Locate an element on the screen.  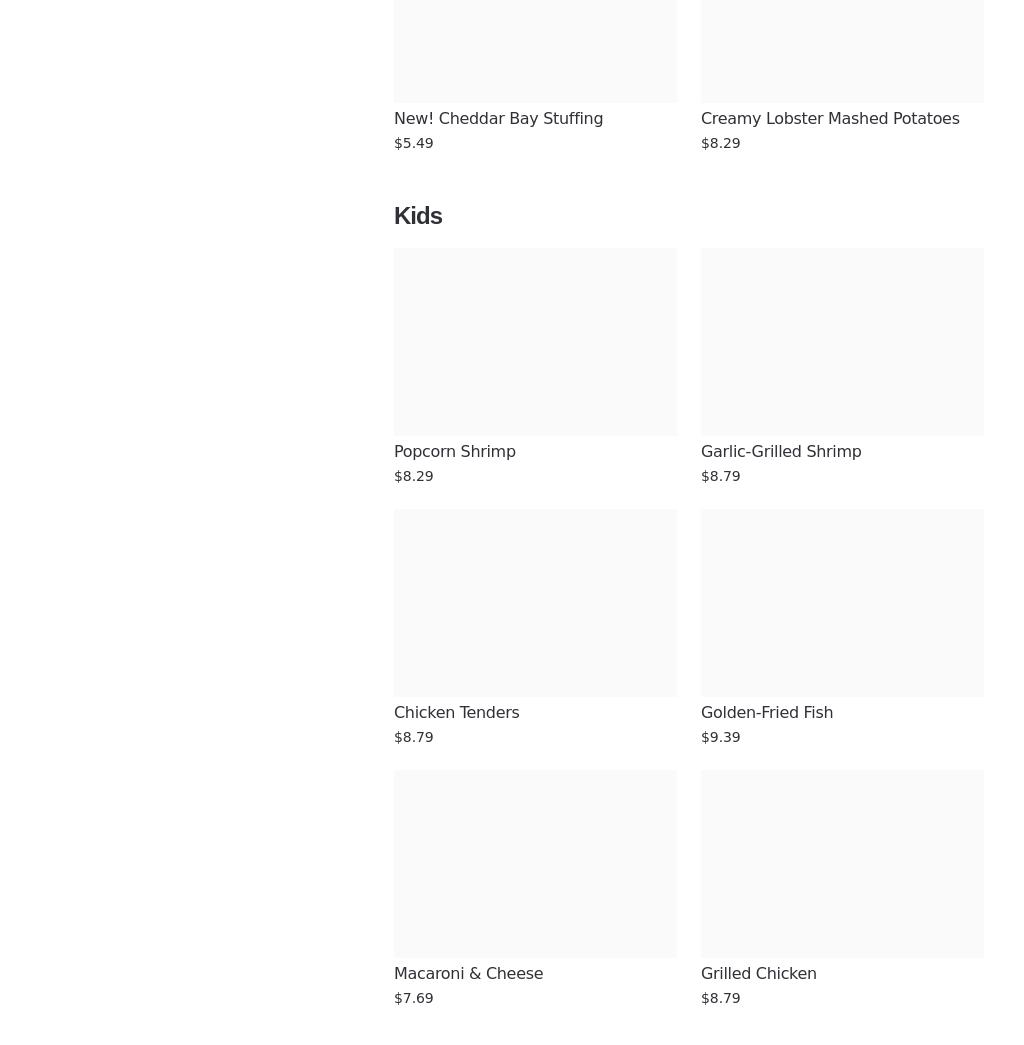
'Chicken Tenders' is located at coordinates (456, 711).